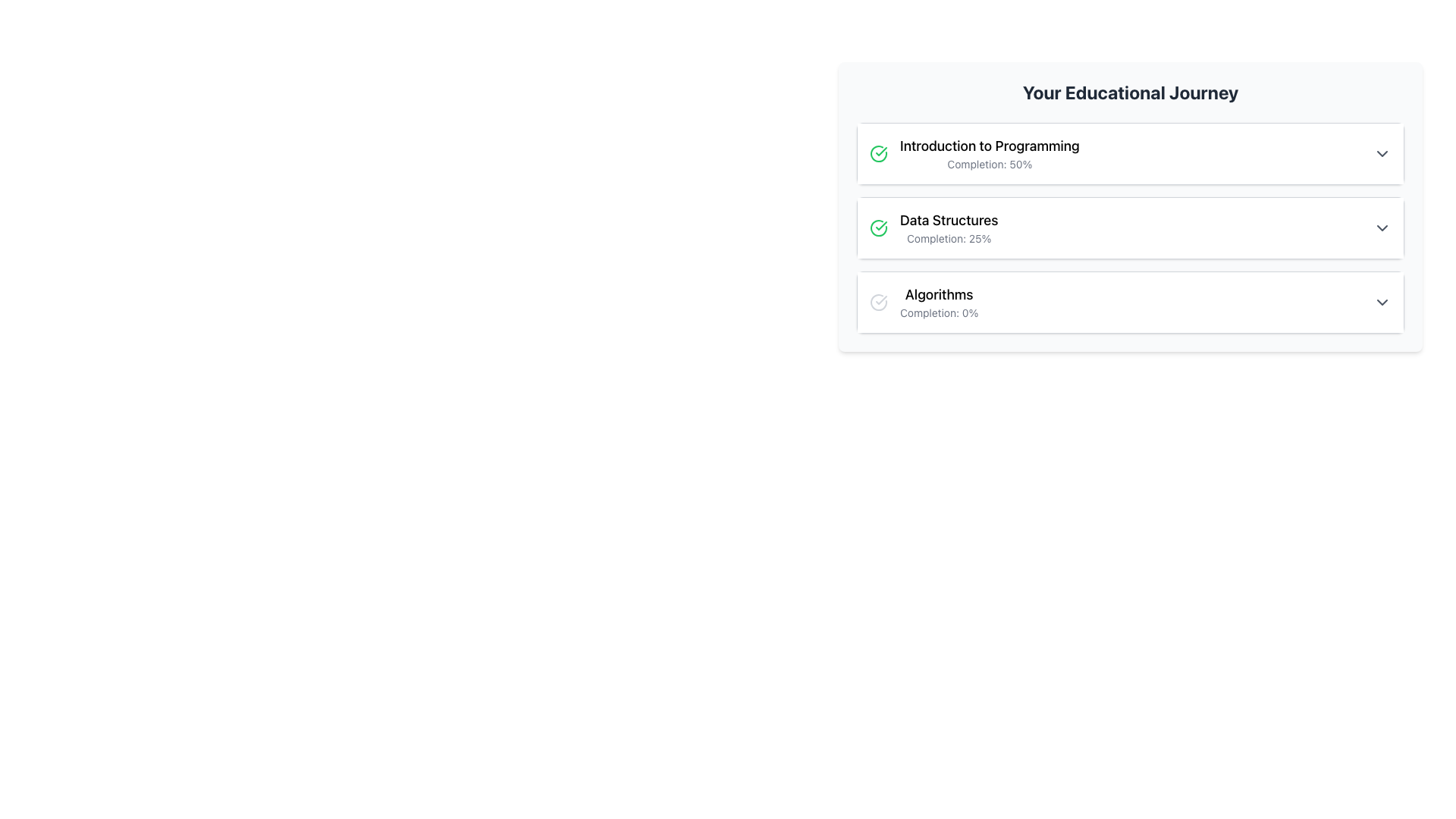 Image resolution: width=1456 pixels, height=819 pixels. I want to click on the status representation icon indicating the completion of the 'Data Structures' course, located to the left of the text 'Data Structures', so click(878, 227).